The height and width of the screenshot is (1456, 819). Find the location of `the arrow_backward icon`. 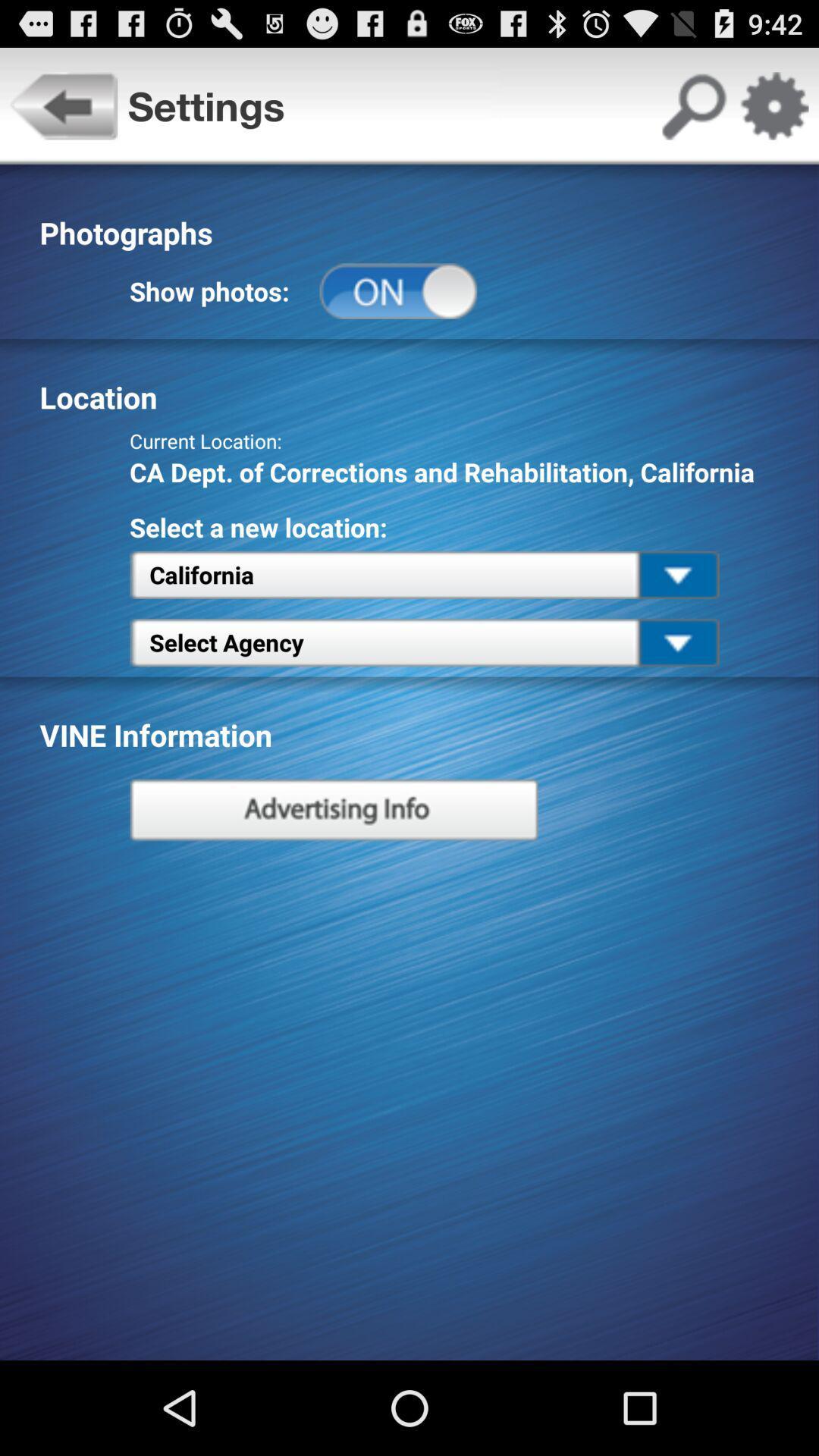

the arrow_backward icon is located at coordinates (63, 112).